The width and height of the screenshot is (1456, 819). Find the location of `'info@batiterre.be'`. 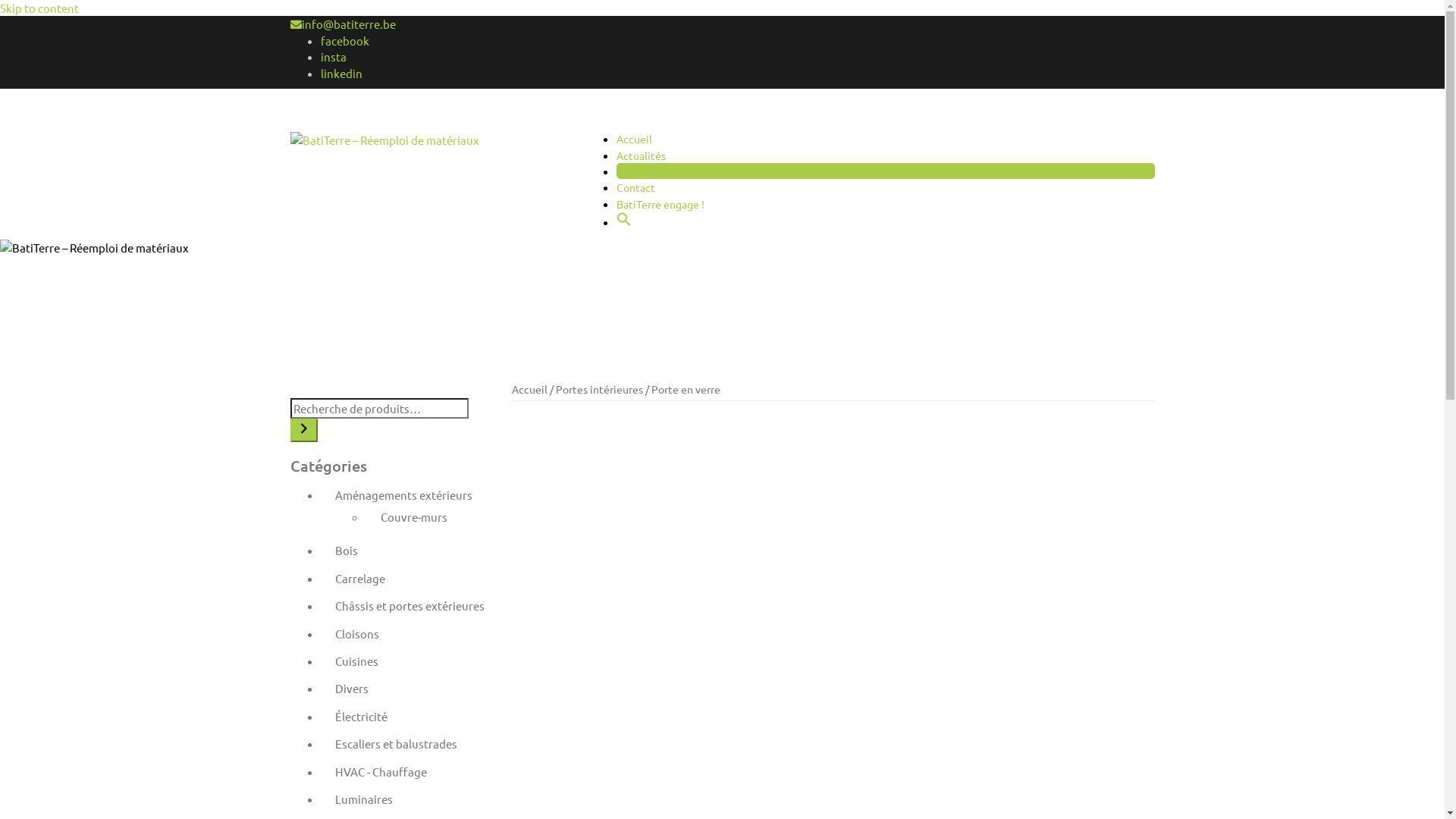

'info@batiterre.be' is located at coordinates (348, 24).